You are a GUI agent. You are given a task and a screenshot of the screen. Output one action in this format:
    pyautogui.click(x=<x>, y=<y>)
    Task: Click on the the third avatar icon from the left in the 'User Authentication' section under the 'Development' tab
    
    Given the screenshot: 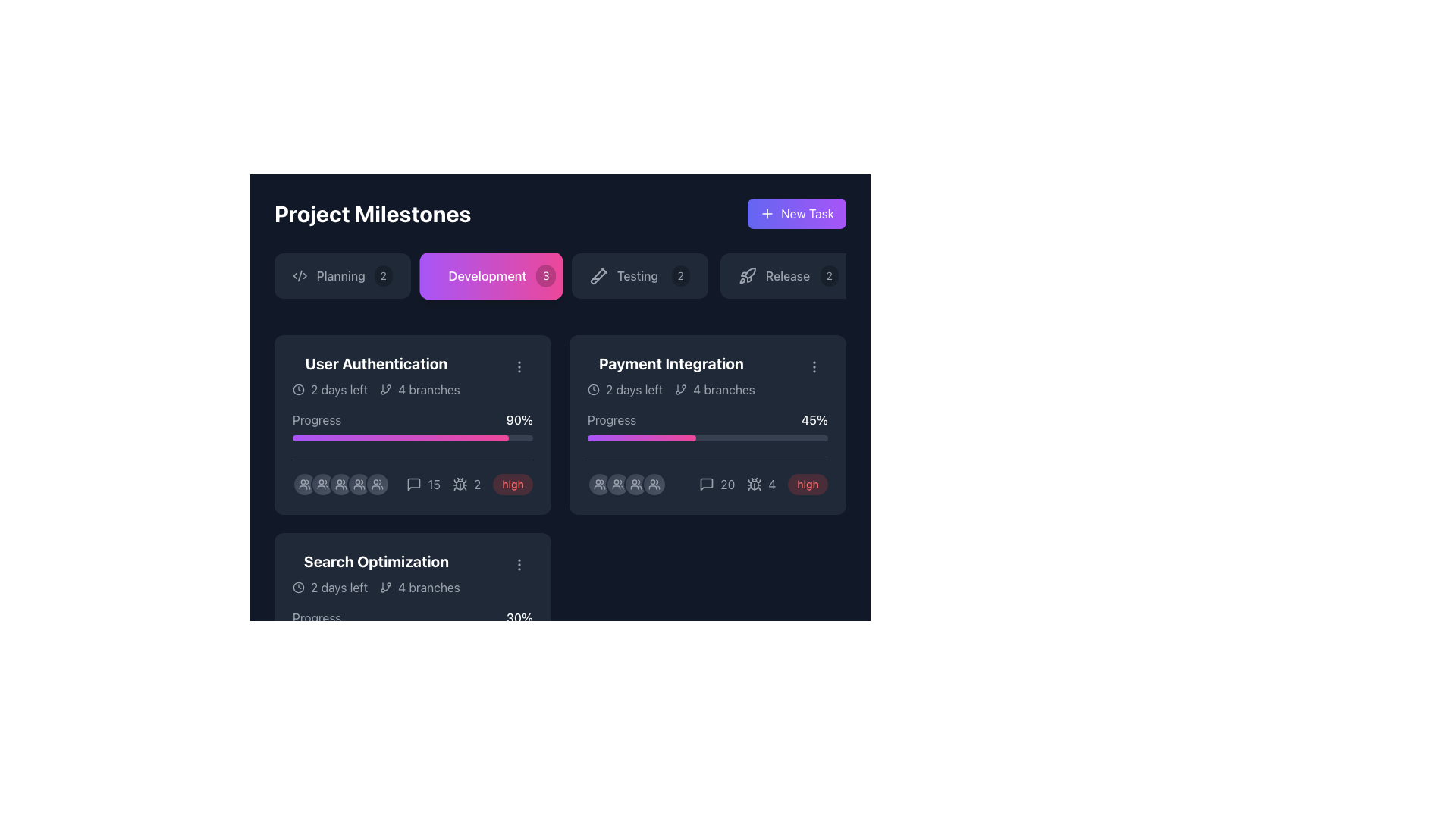 What is the action you would take?
    pyautogui.click(x=340, y=485)
    